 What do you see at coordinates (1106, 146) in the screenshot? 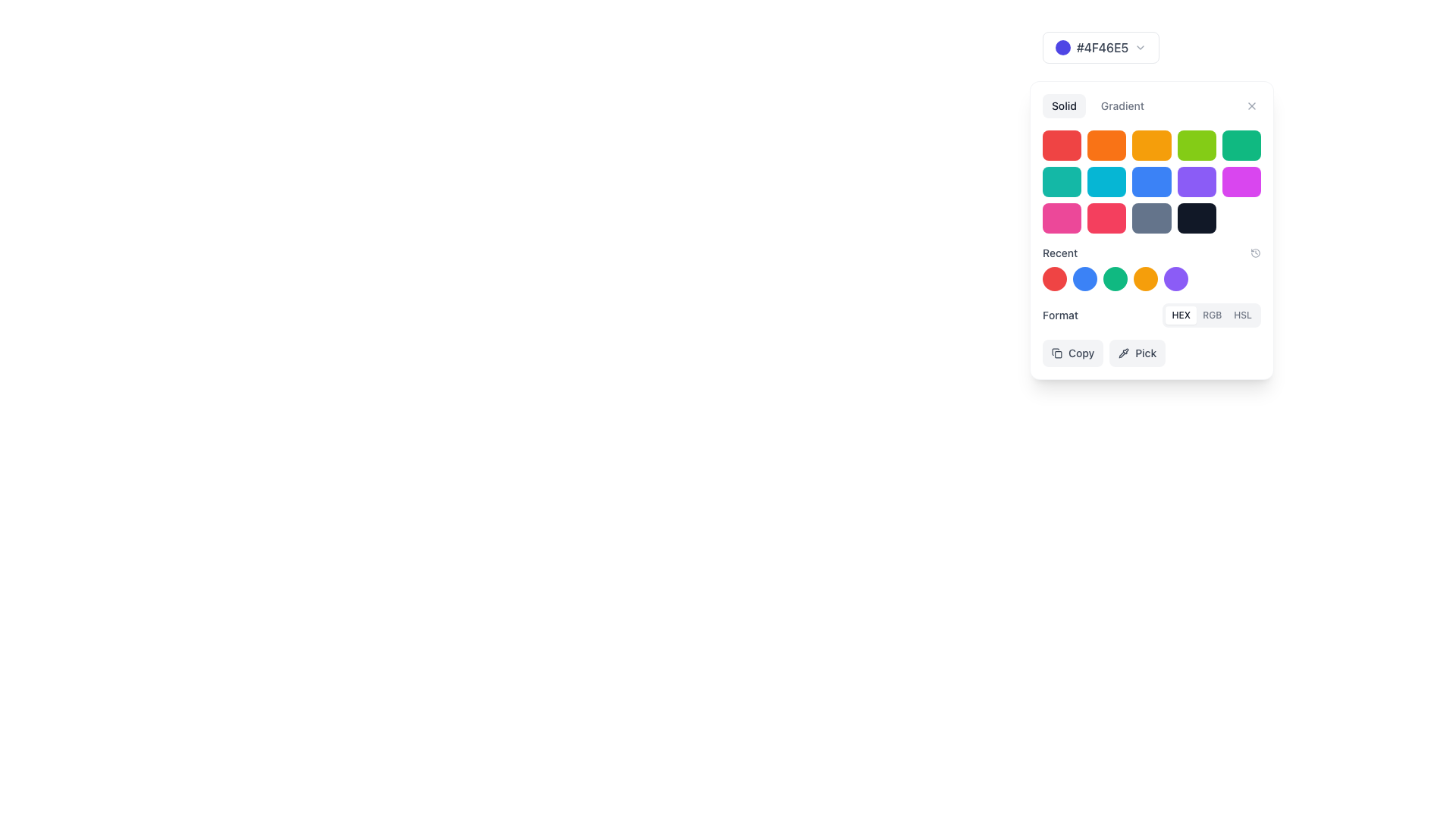
I see `the rectangular button with rounded edges and a solid orange background` at bounding box center [1106, 146].